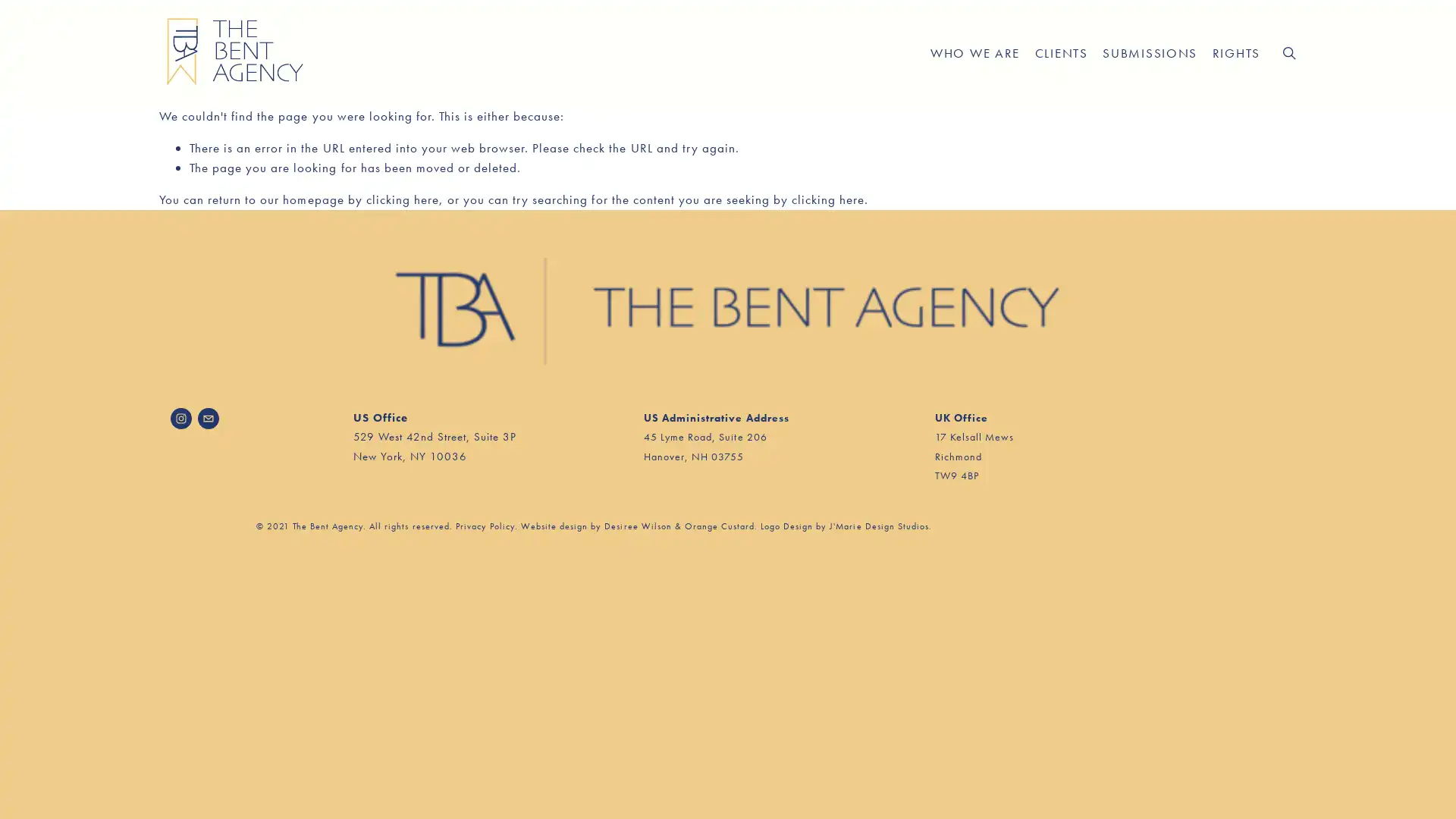 The height and width of the screenshot is (819, 1456). Describe the element at coordinates (1288, 52) in the screenshot. I see `Search` at that location.